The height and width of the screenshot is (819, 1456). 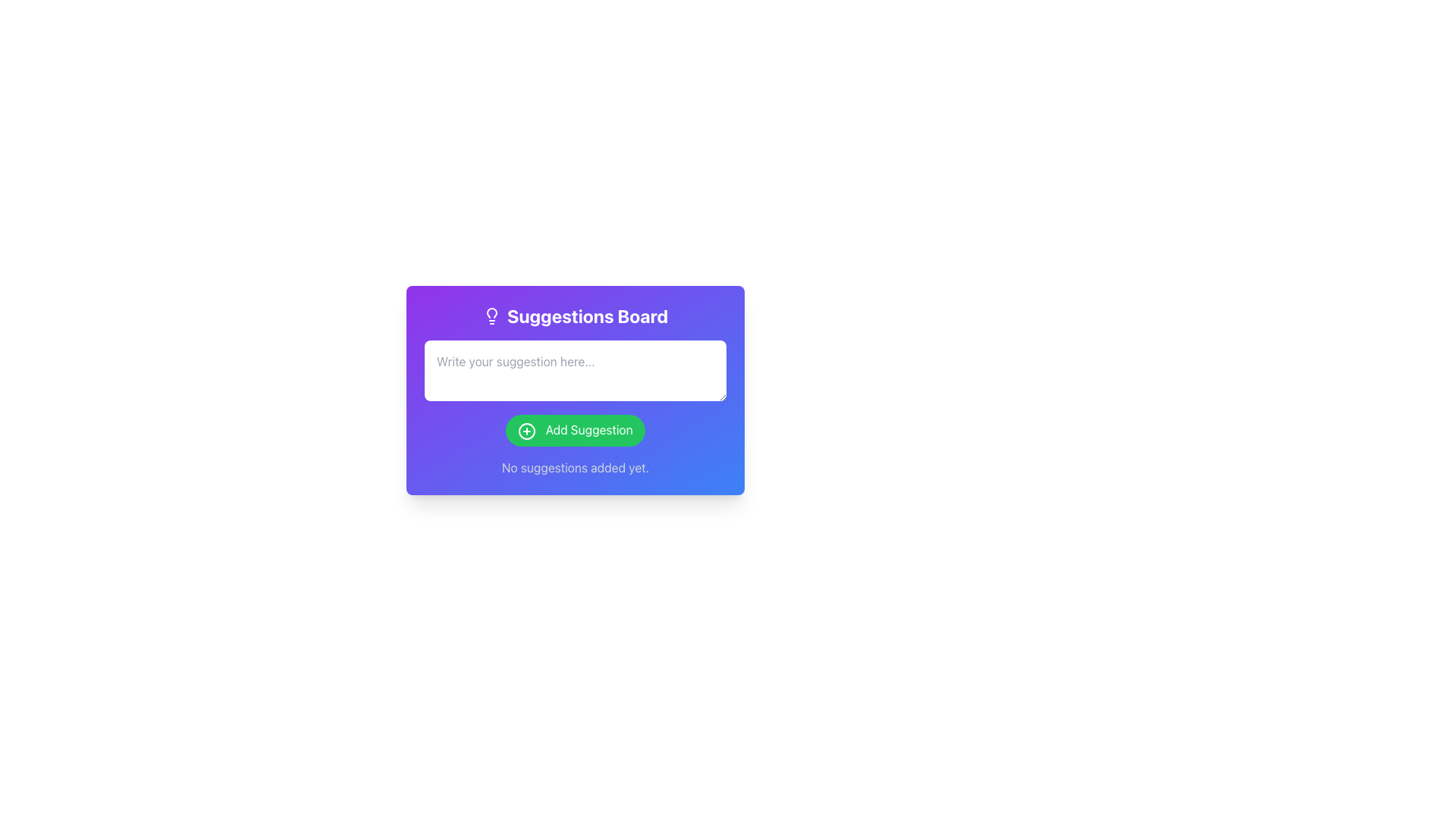 What do you see at coordinates (574, 391) in the screenshot?
I see `the text input field with the placeholder 'Write your suggestion here...' located in the 'Suggestions Board' card` at bounding box center [574, 391].